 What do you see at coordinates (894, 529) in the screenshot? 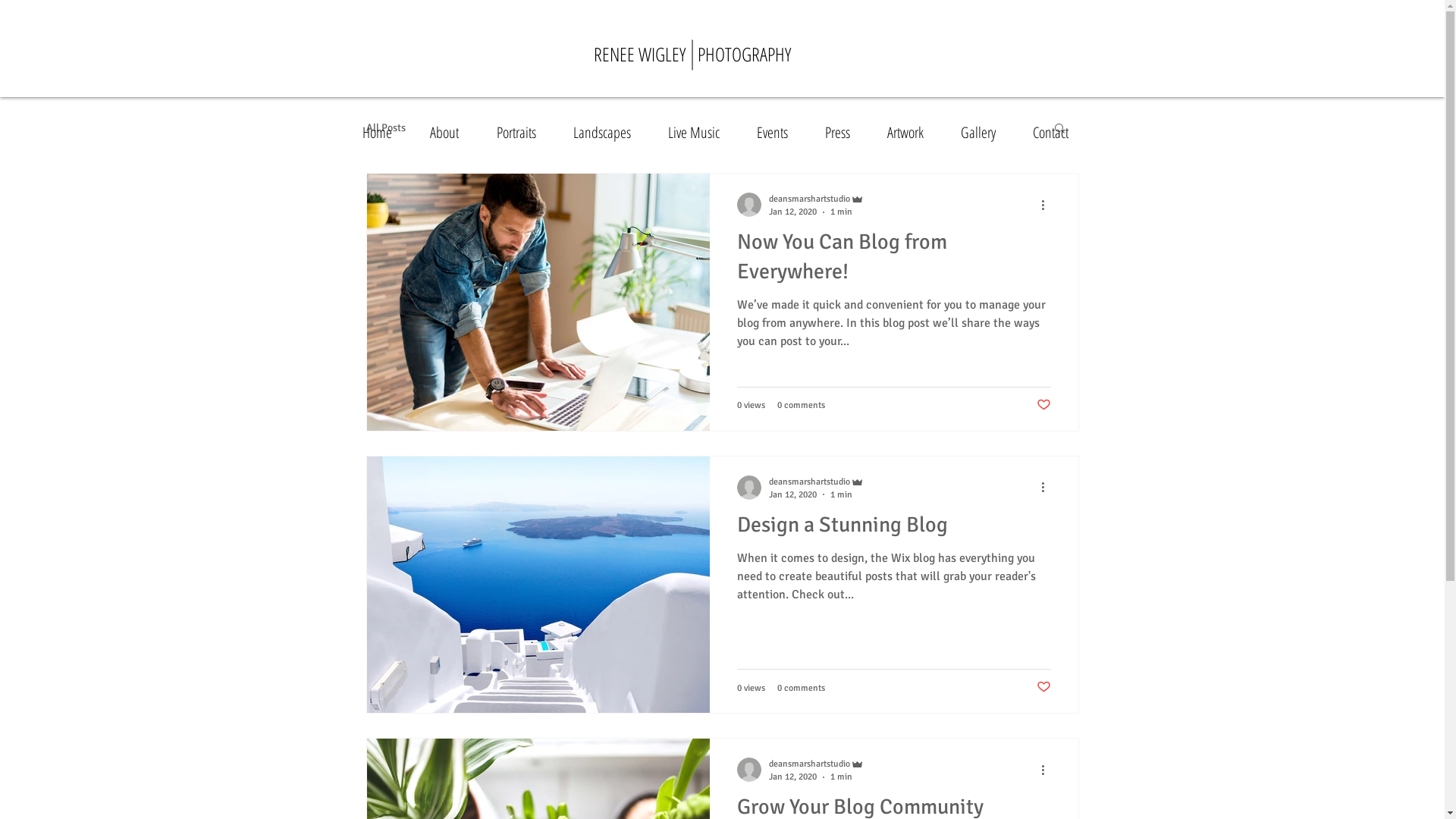
I see `'Design a Stunning Blog'` at bounding box center [894, 529].